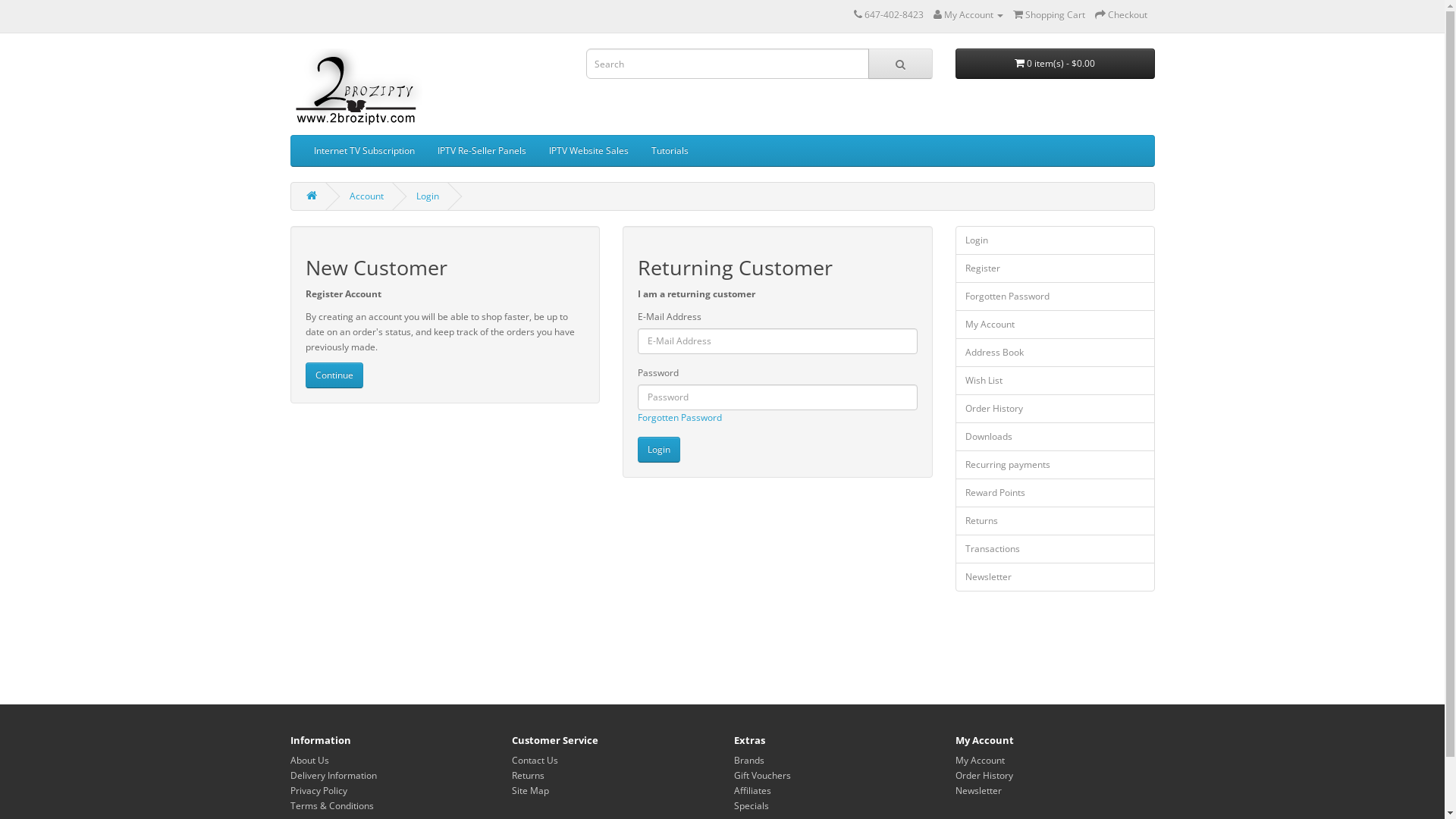  I want to click on 'Register', so click(1054, 268).